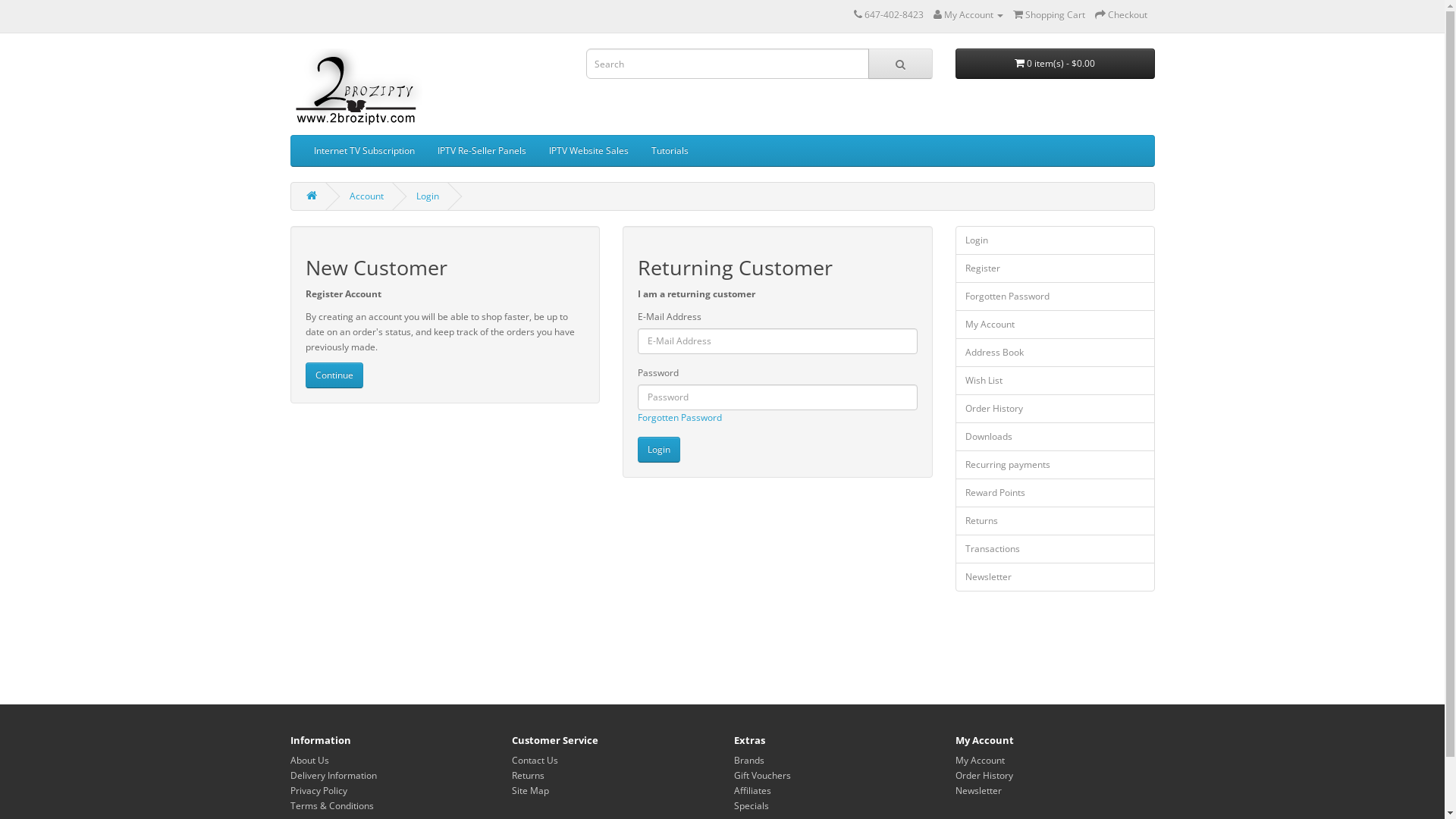  I want to click on 'Register', so click(1054, 268).